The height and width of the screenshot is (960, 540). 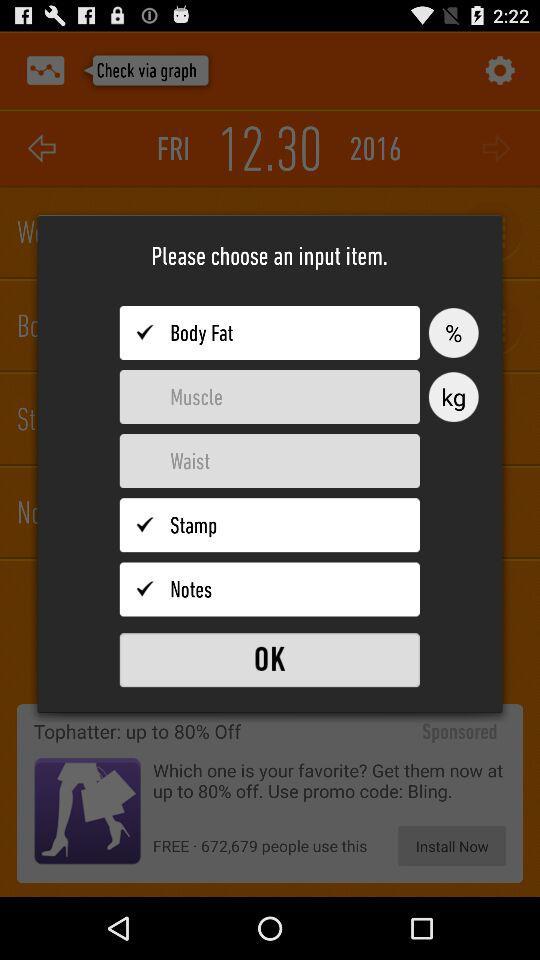 I want to click on waist, so click(x=269, y=461).